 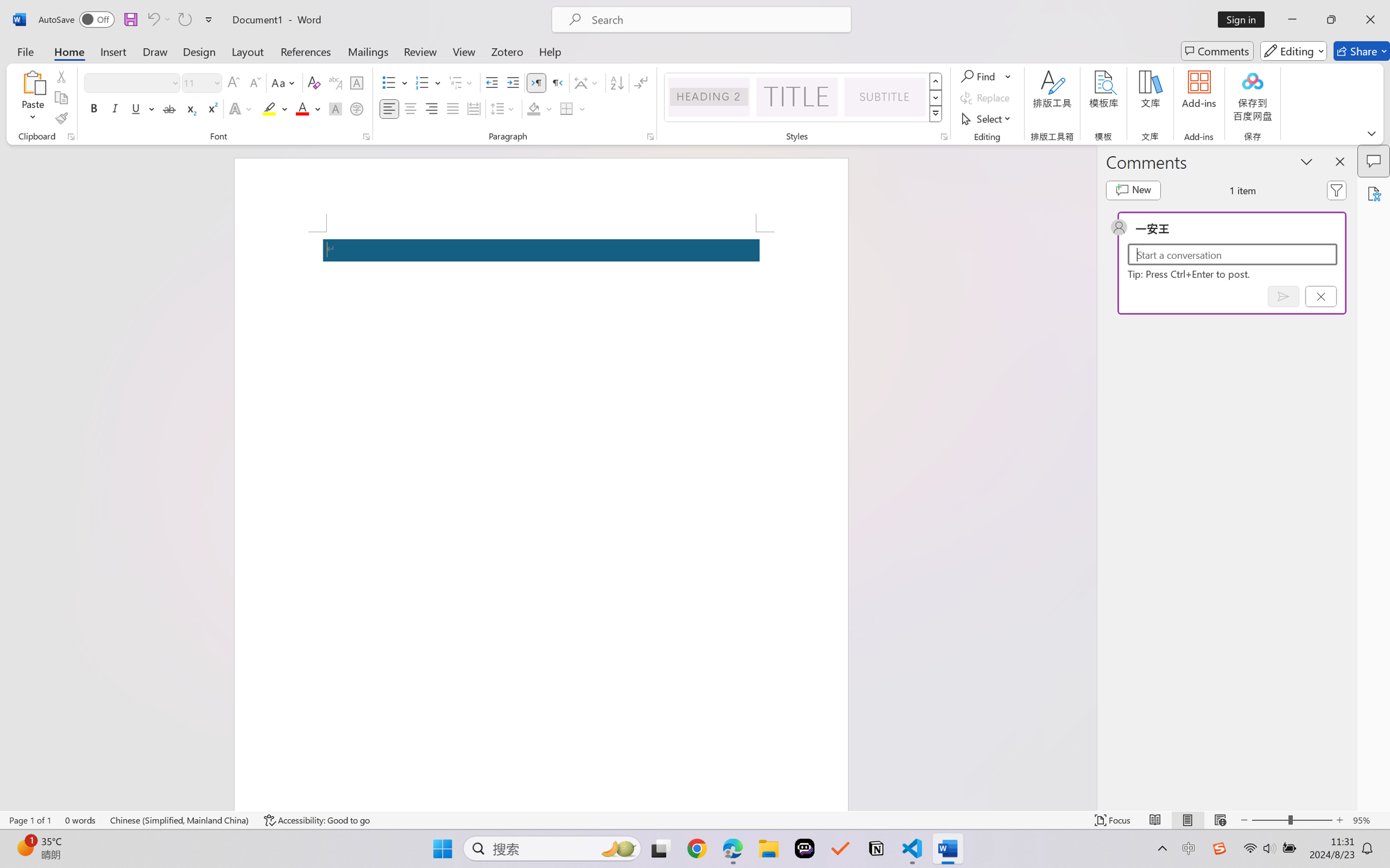 I want to click on 'Language Chinese (Simplified, Mainland China)', so click(x=180, y=820).